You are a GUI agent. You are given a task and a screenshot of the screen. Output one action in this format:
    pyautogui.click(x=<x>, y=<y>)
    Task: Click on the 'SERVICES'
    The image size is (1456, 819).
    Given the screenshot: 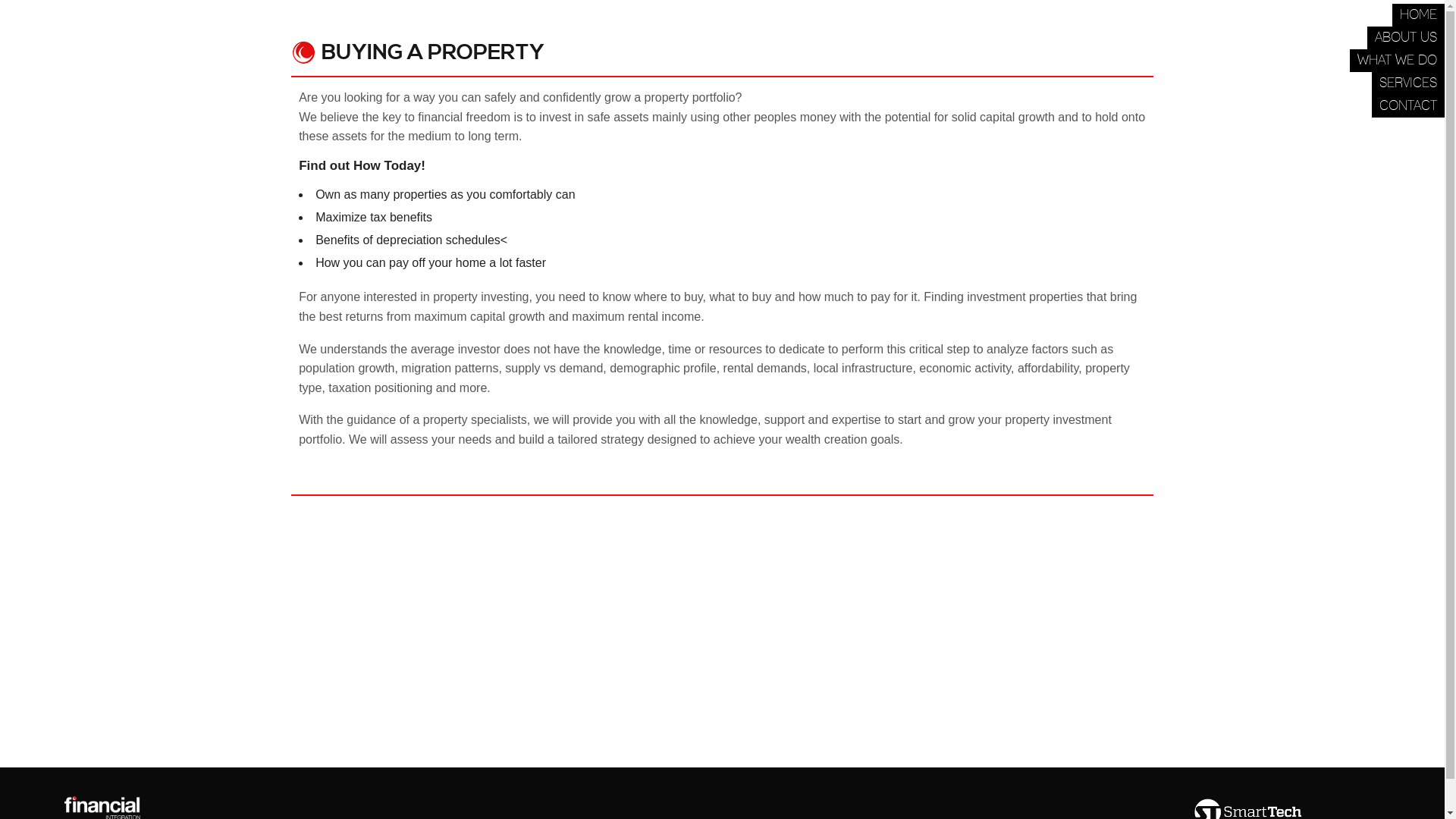 What is the action you would take?
    pyautogui.click(x=1407, y=83)
    